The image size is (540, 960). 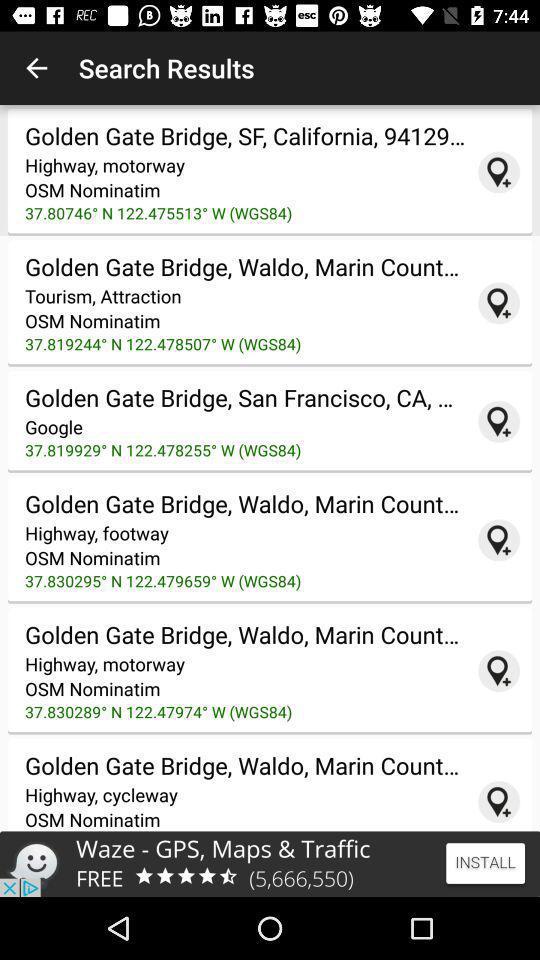 I want to click on link to map, so click(x=498, y=303).